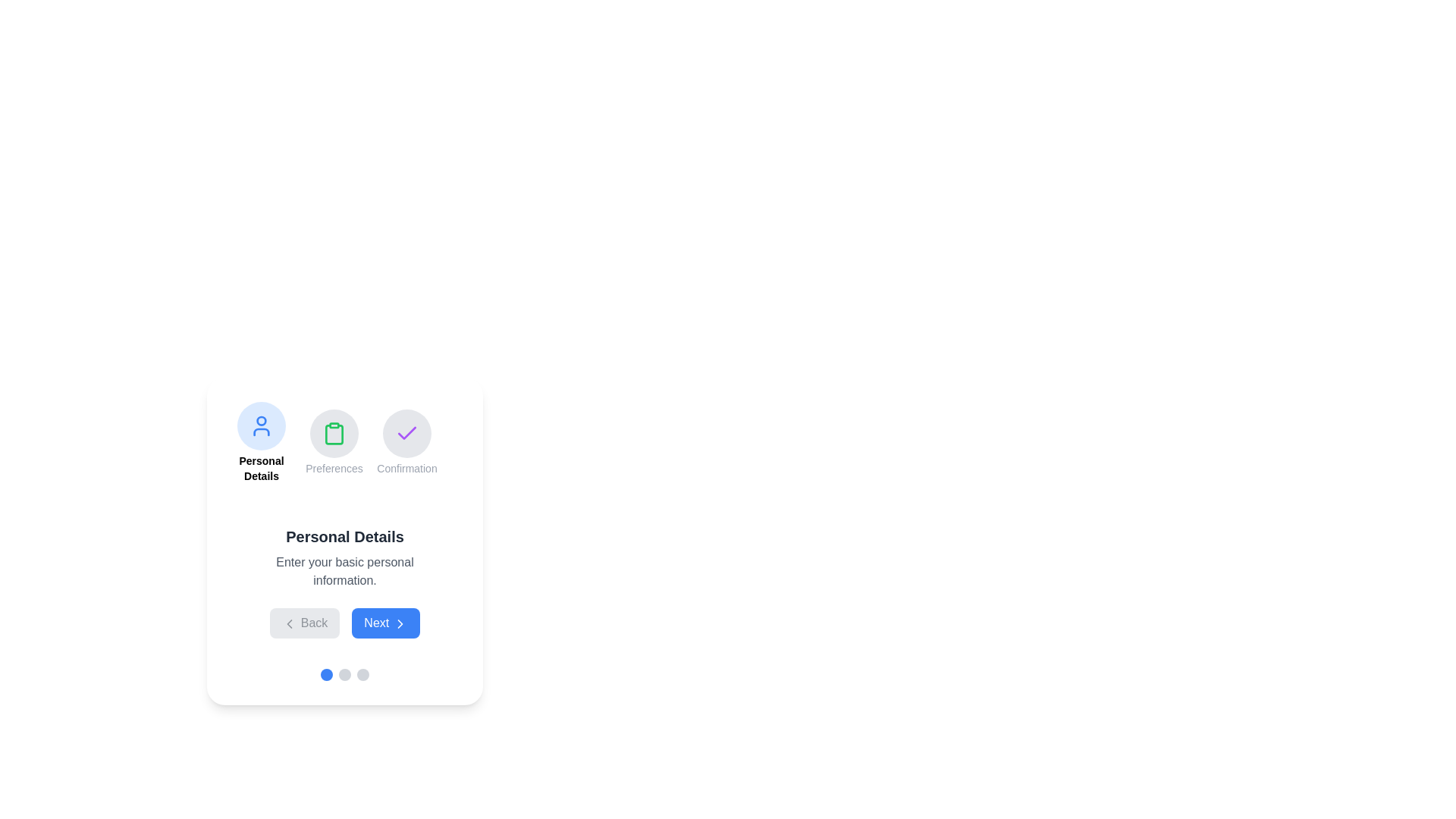  I want to click on the 'Previous' button located in the lower section of the card interface, which allows navigation to the previous step in a multi-step process, so click(304, 623).